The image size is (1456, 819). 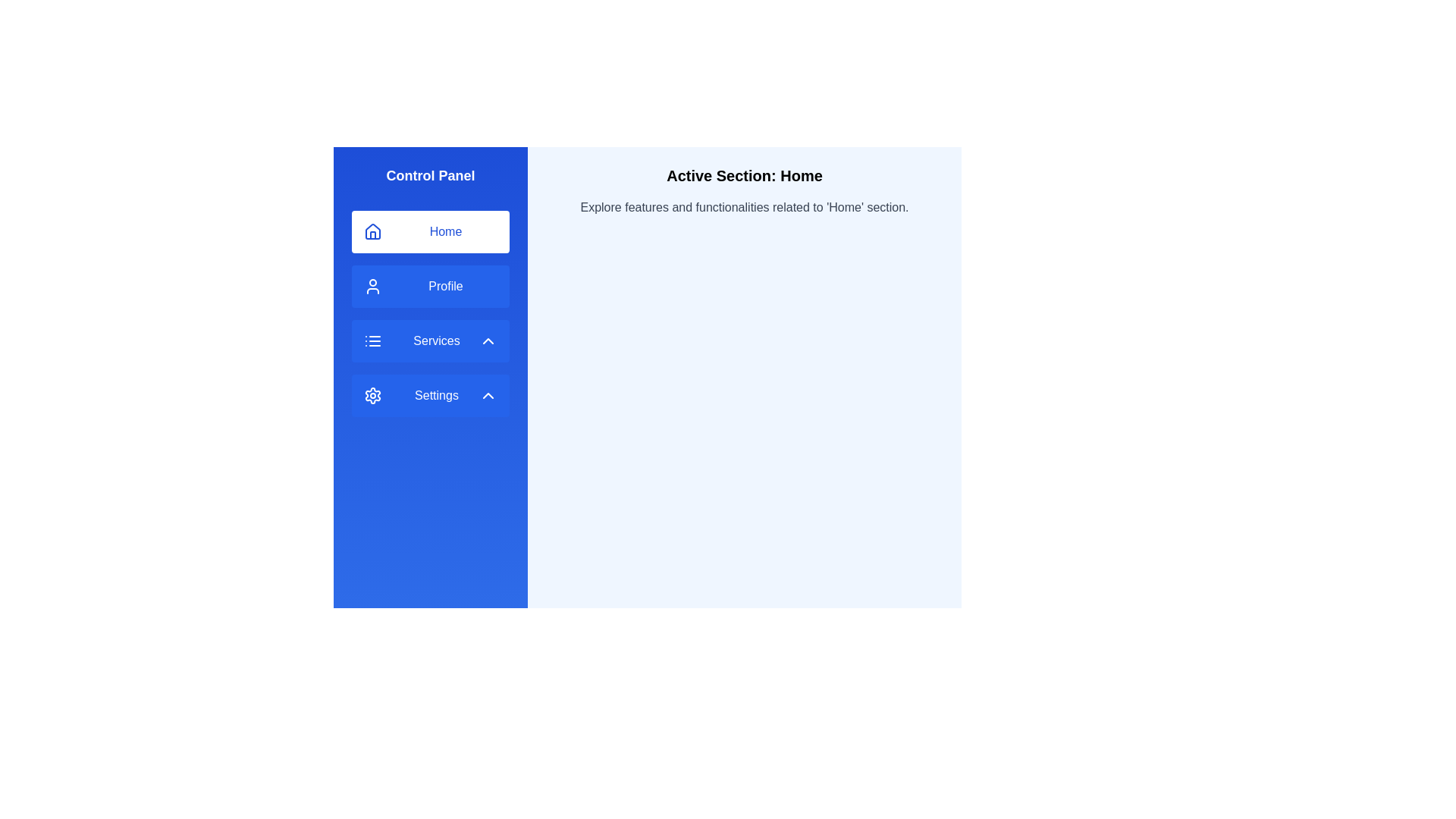 What do you see at coordinates (372, 341) in the screenshot?
I see `the 'Services' button in the vertical sidebar menu, which includes an icon representing the 'Services' option` at bounding box center [372, 341].